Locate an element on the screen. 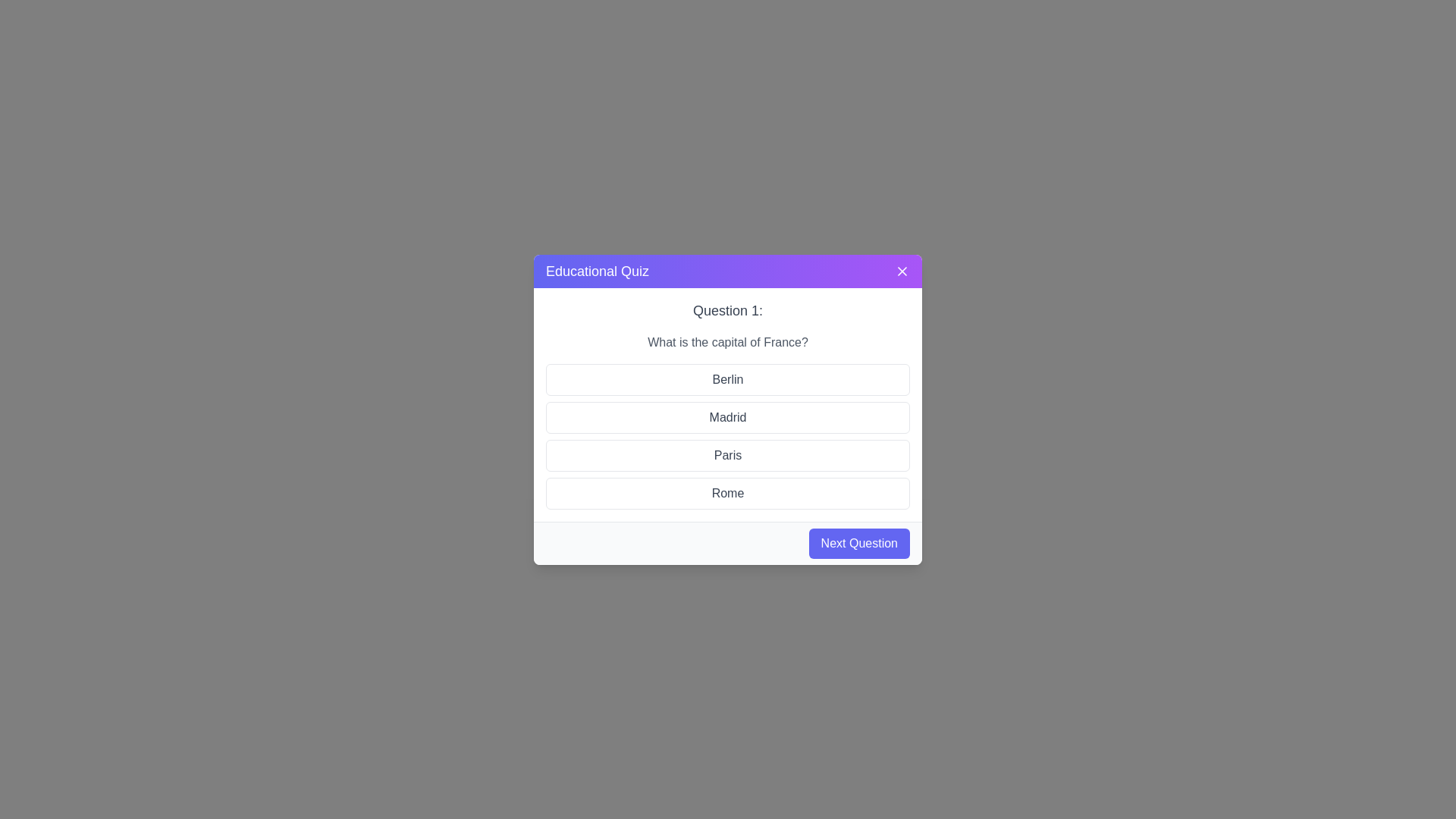  the close button located in the top-right corner of the purple header, next to the 'Educational Quiz' text is located at coordinates (902, 270).